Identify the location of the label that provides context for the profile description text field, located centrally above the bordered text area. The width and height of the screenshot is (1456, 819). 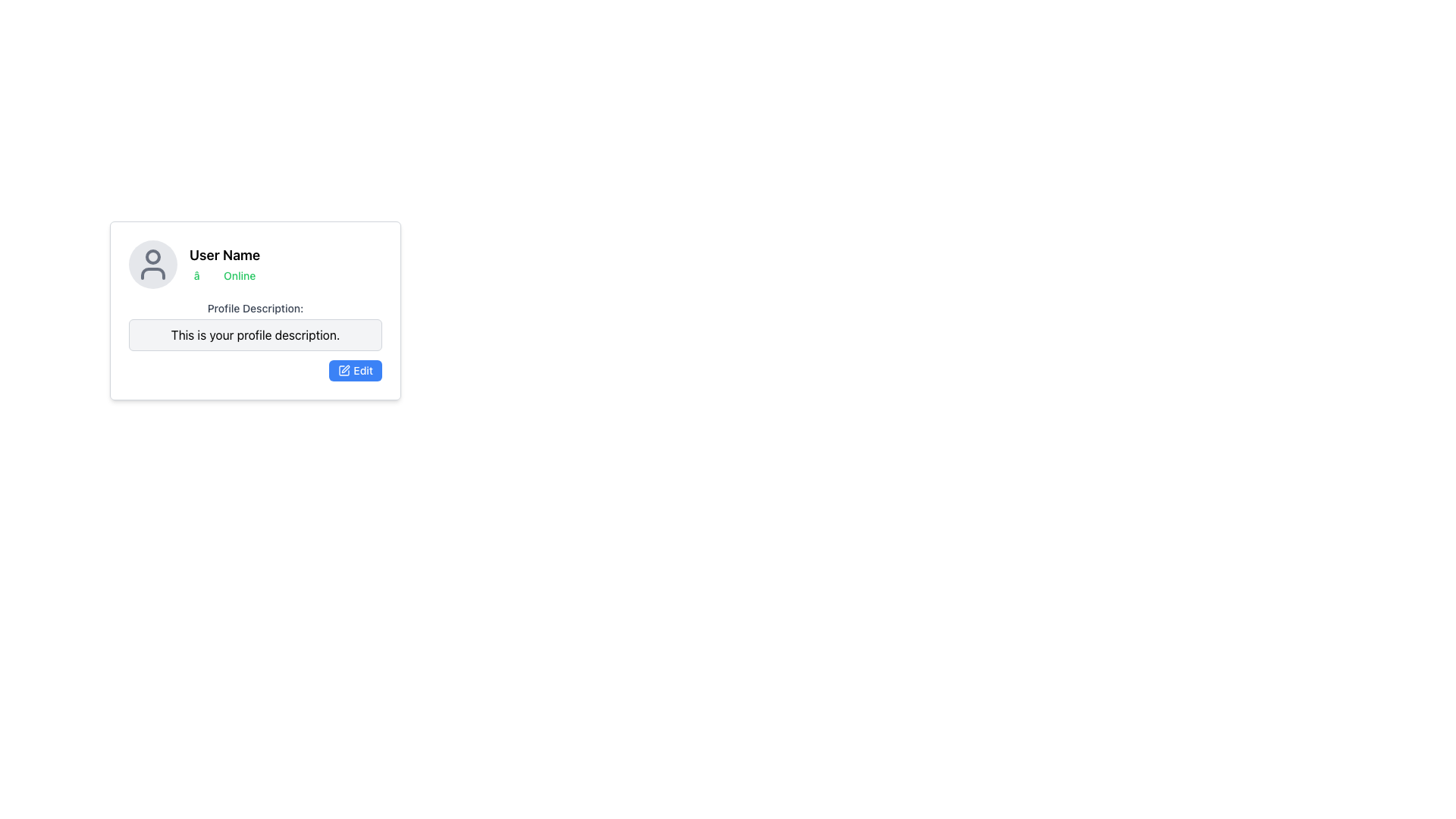
(255, 308).